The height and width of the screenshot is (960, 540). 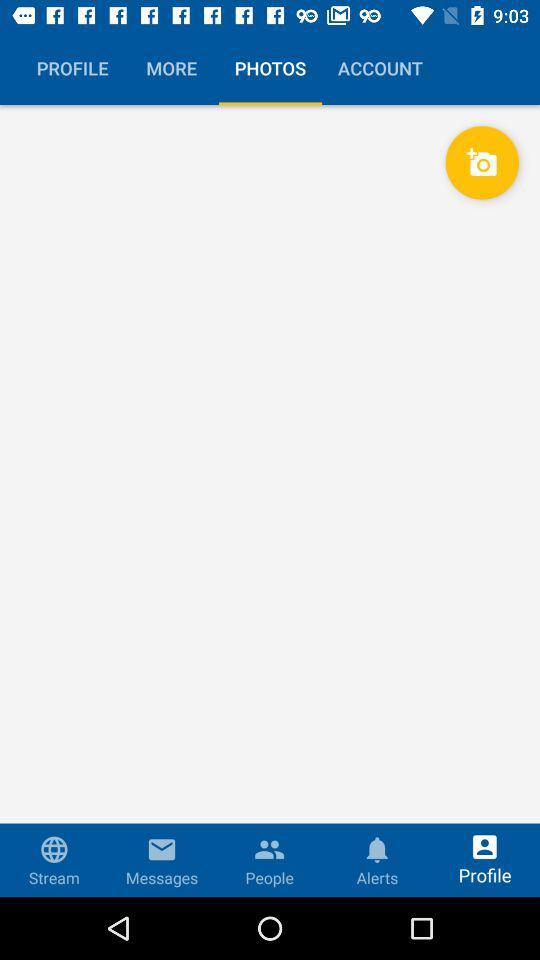 What do you see at coordinates (270, 68) in the screenshot?
I see `the button beside more` at bounding box center [270, 68].